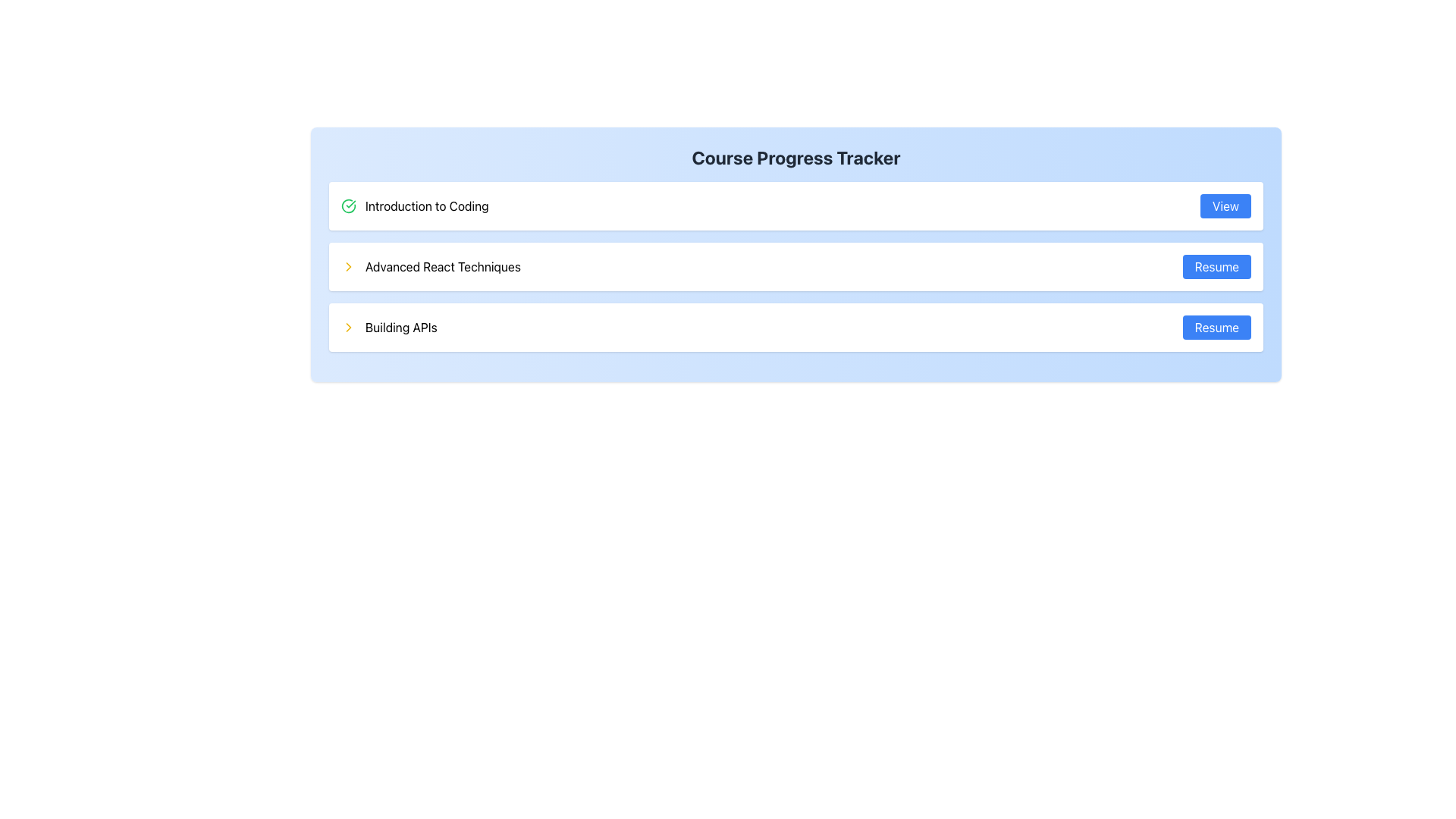 The image size is (1456, 819). I want to click on the 'Introduction to Coding' label with the green checkmark icon in the first card under 'Course Progress Tracker', so click(415, 206).